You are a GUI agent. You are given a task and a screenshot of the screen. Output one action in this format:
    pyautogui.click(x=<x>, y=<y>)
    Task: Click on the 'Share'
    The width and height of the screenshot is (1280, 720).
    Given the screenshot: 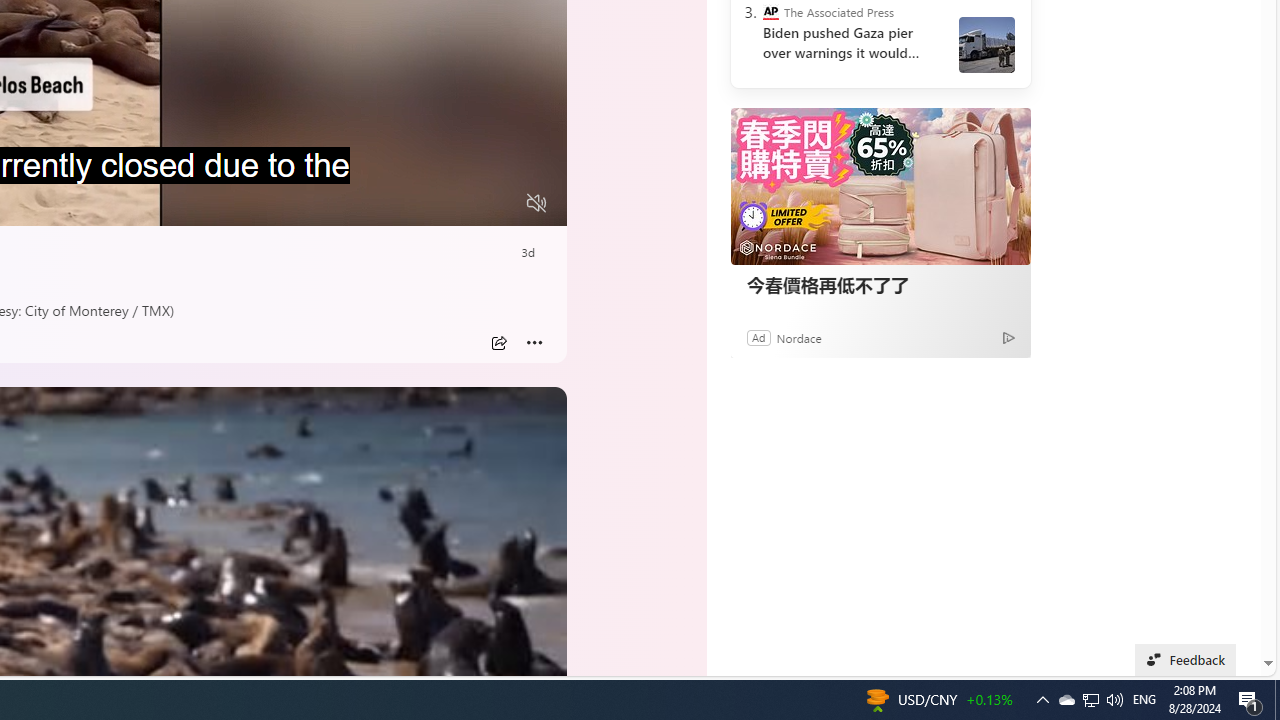 What is the action you would take?
    pyautogui.click(x=498, y=342)
    